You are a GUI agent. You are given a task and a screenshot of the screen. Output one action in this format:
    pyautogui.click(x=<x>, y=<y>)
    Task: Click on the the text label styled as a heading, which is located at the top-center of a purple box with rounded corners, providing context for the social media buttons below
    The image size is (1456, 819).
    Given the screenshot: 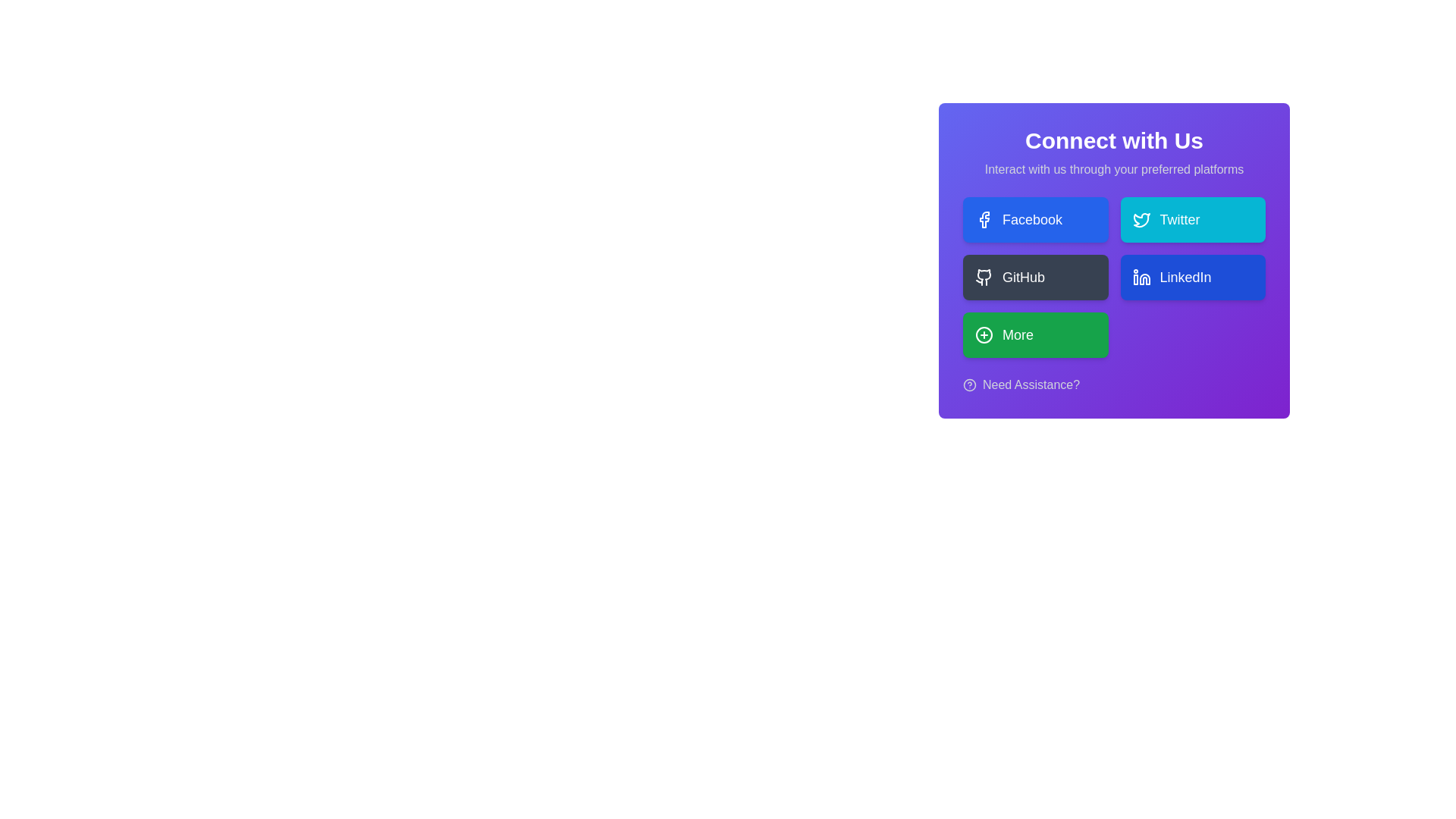 What is the action you would take?
    pyautogui.click(x=1114, y=152)
    